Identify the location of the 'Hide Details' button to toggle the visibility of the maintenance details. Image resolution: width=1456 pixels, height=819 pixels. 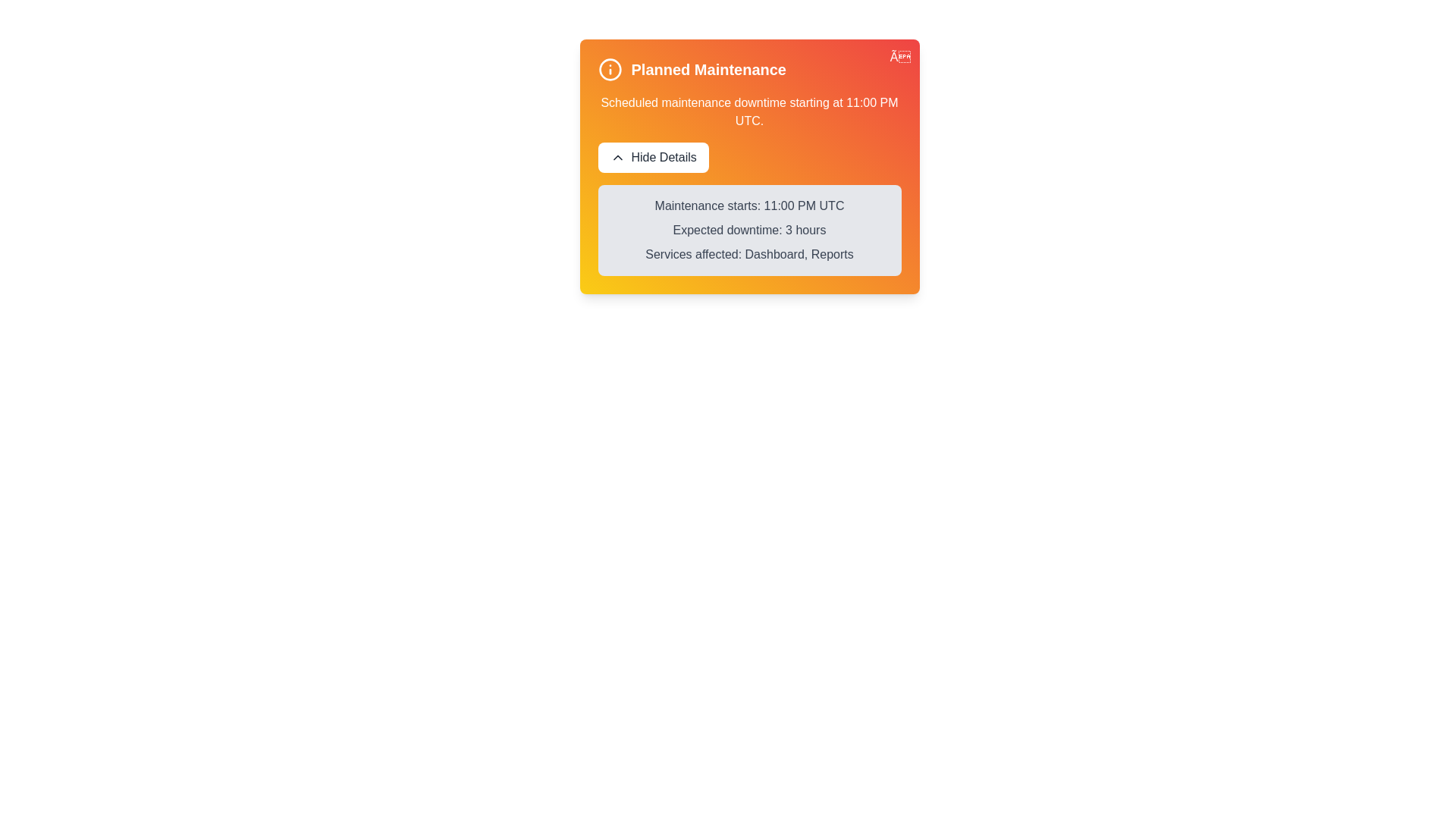
(653, 158).